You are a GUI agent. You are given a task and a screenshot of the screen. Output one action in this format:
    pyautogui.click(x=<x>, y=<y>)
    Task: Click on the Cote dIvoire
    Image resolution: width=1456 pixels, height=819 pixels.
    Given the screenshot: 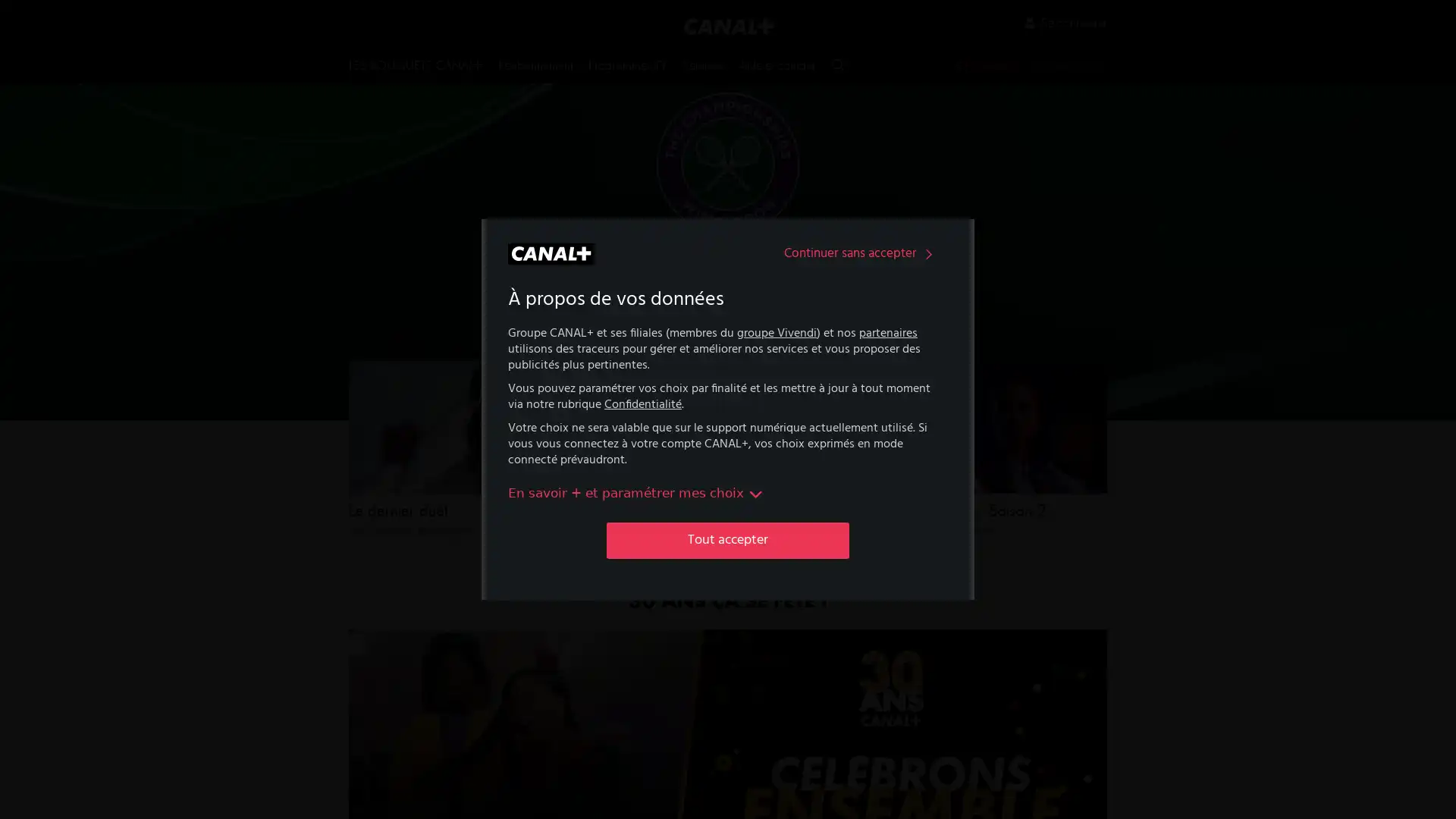 What is the action you would take?
    pyautogui.click(x=582, y=511)
    